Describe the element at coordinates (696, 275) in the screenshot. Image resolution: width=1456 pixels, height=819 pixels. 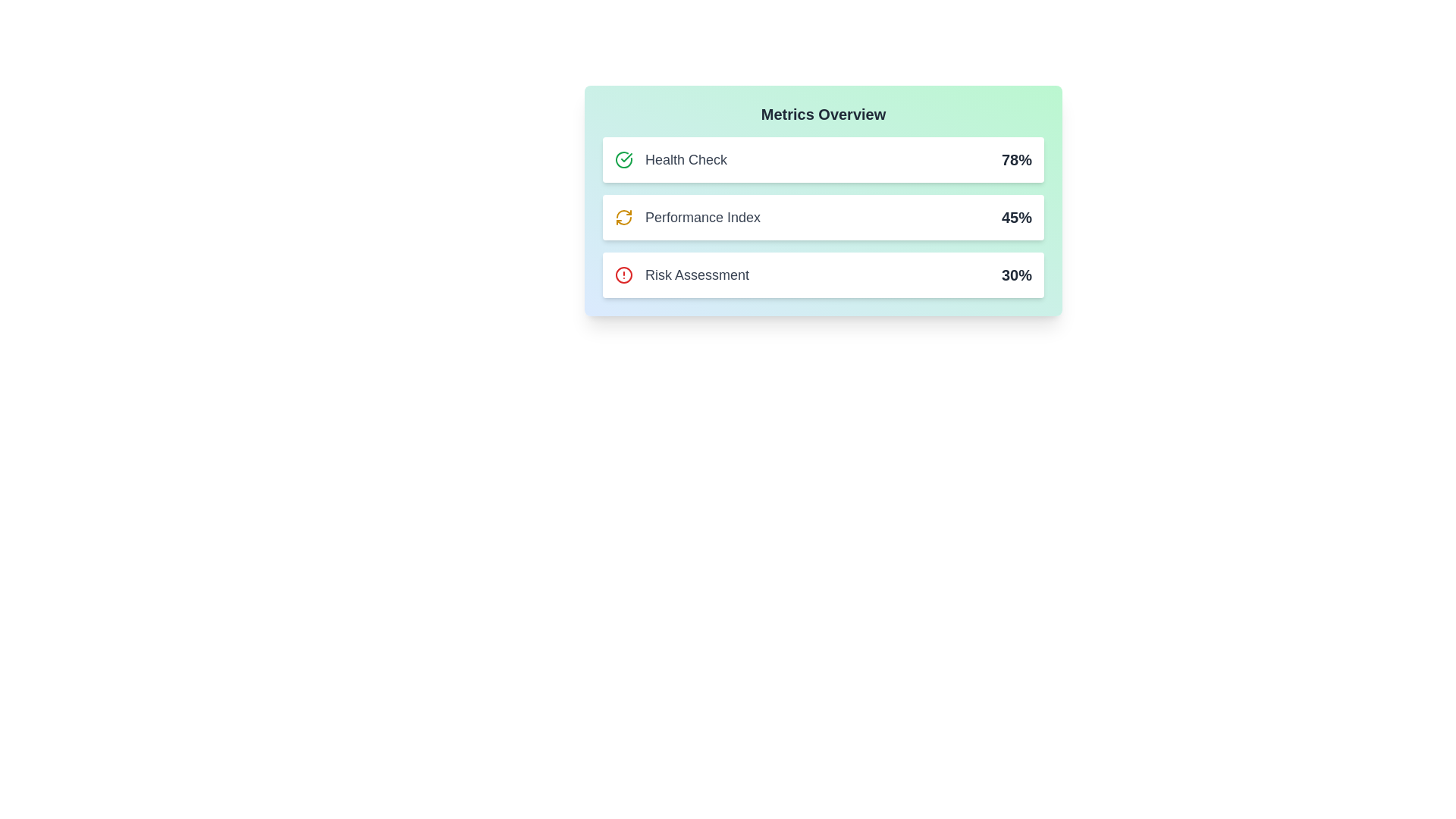
I see `the static text element that displays 'Risk Assessment', which is located in the third entry under 'Metrics Overview', aligned with a red alert icon to the left` at that location.